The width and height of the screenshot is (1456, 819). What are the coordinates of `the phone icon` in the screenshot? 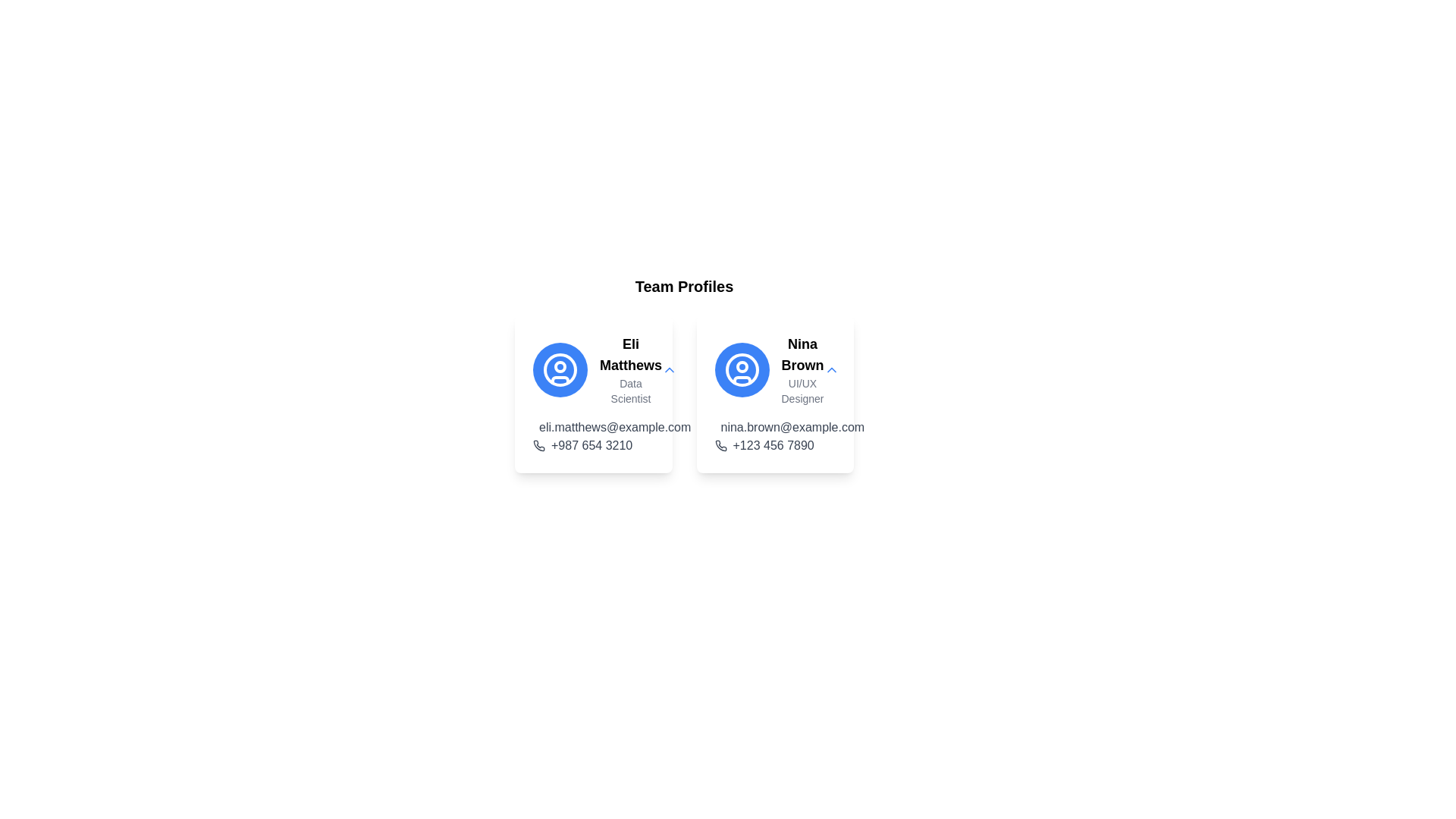 It's located at (720, 444).